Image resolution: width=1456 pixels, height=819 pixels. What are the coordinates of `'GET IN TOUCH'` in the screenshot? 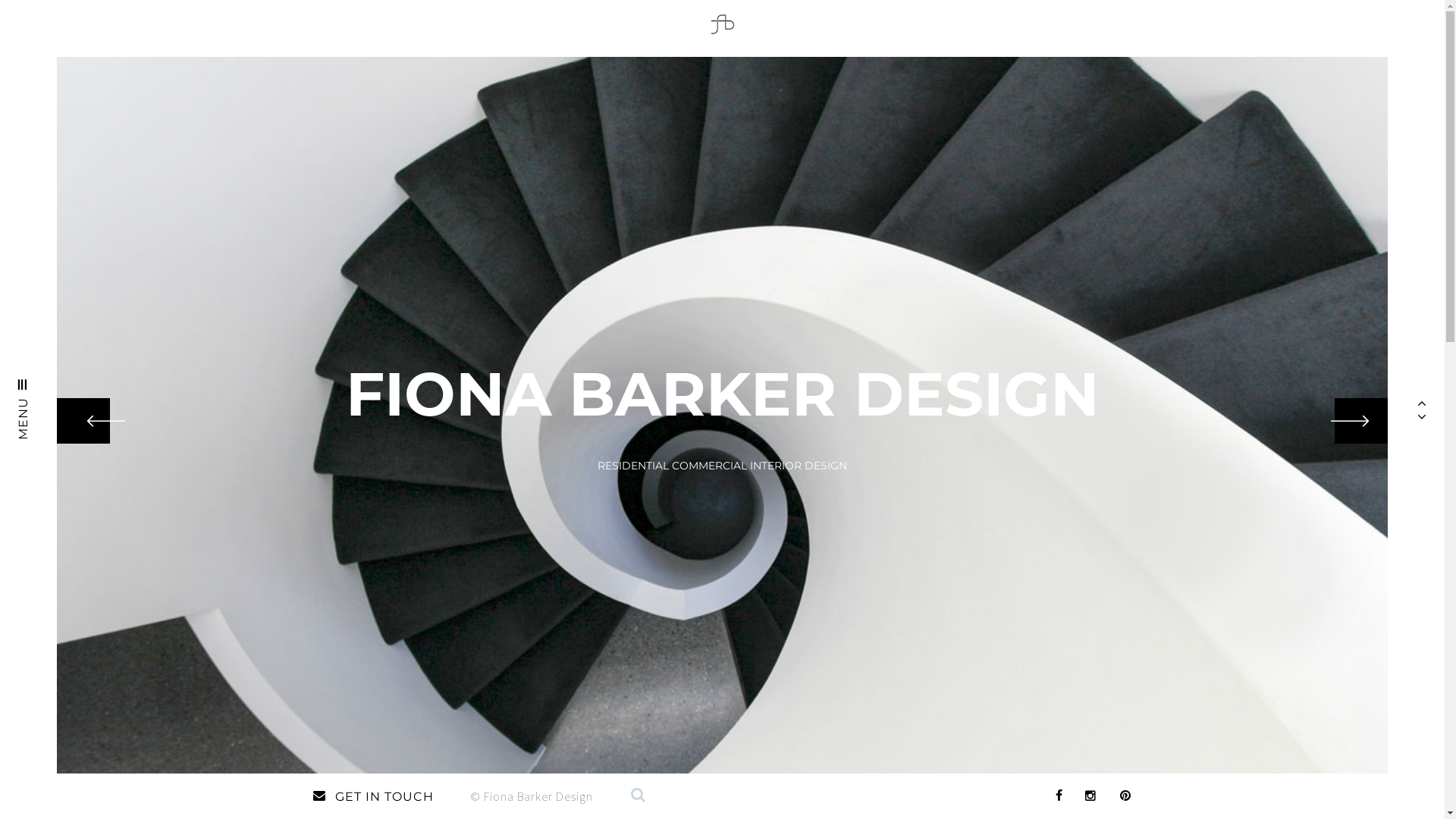 It's located at (312, 795).